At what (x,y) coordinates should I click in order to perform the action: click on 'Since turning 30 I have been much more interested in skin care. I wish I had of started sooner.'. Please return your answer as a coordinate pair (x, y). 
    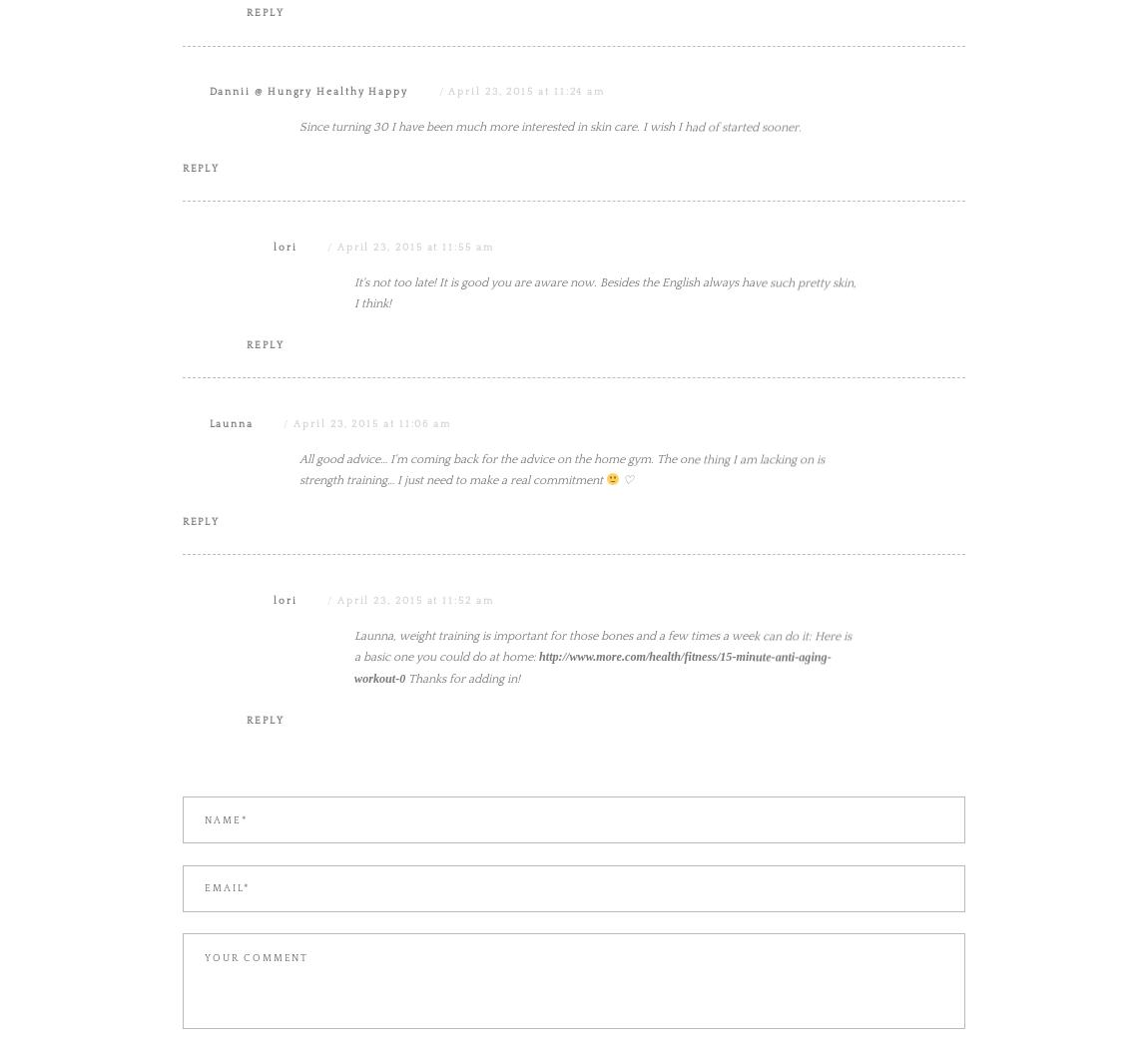
    Looking at the image, I should click on (550, 327).